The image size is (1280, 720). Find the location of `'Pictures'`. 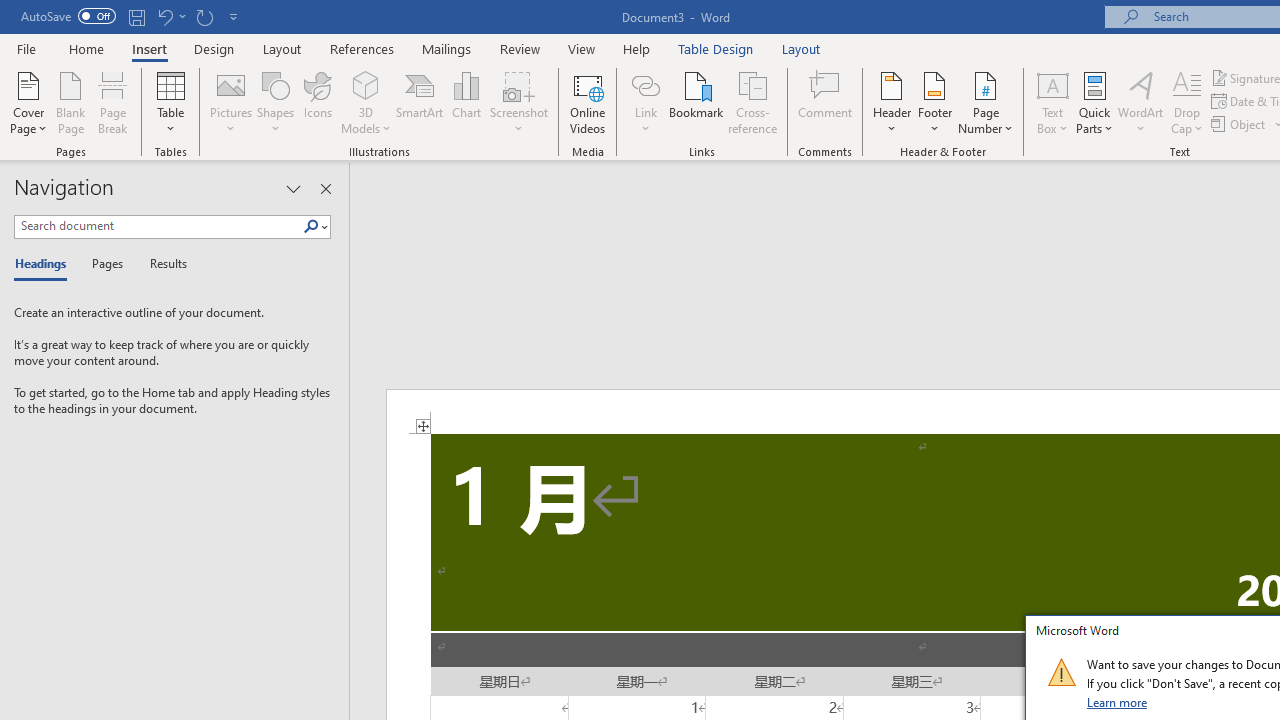

'Pictures' is located at coordinates (231, 103).